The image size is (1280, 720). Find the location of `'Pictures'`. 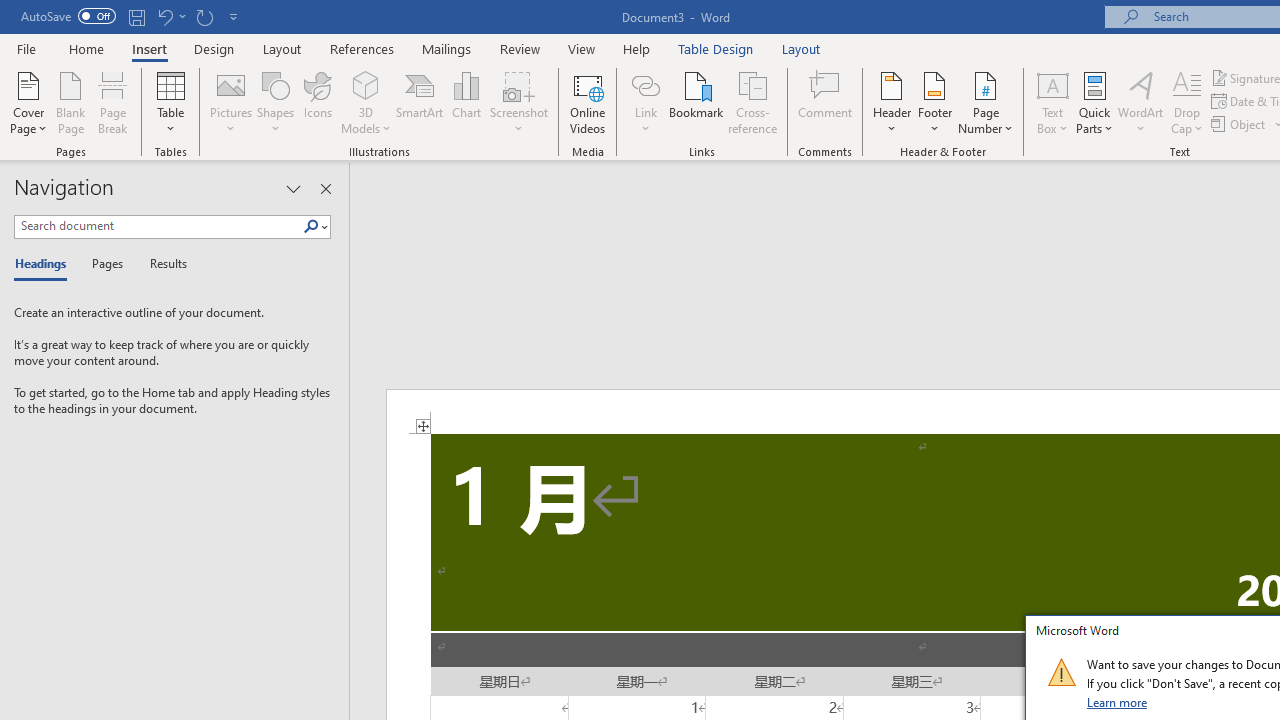

'Pictures' is located at coordinates (231, 103).